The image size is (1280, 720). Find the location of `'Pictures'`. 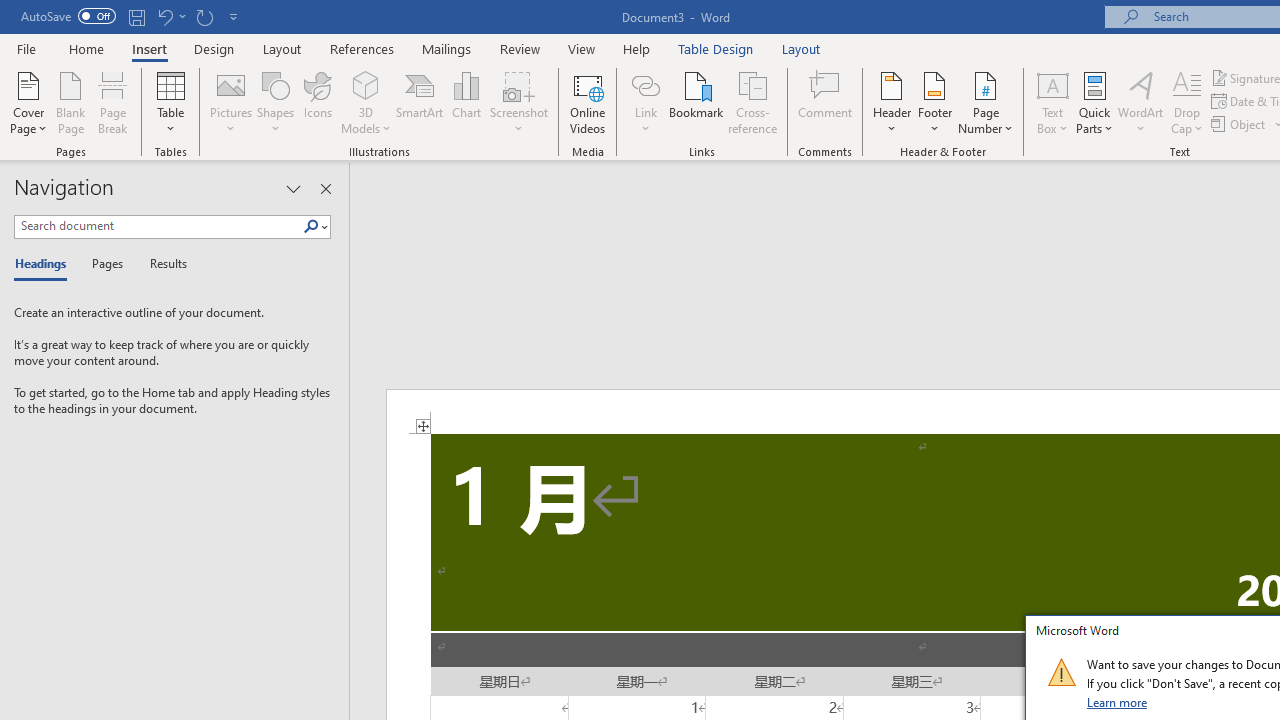

'Pictures' is located at coordinates (231, 103).